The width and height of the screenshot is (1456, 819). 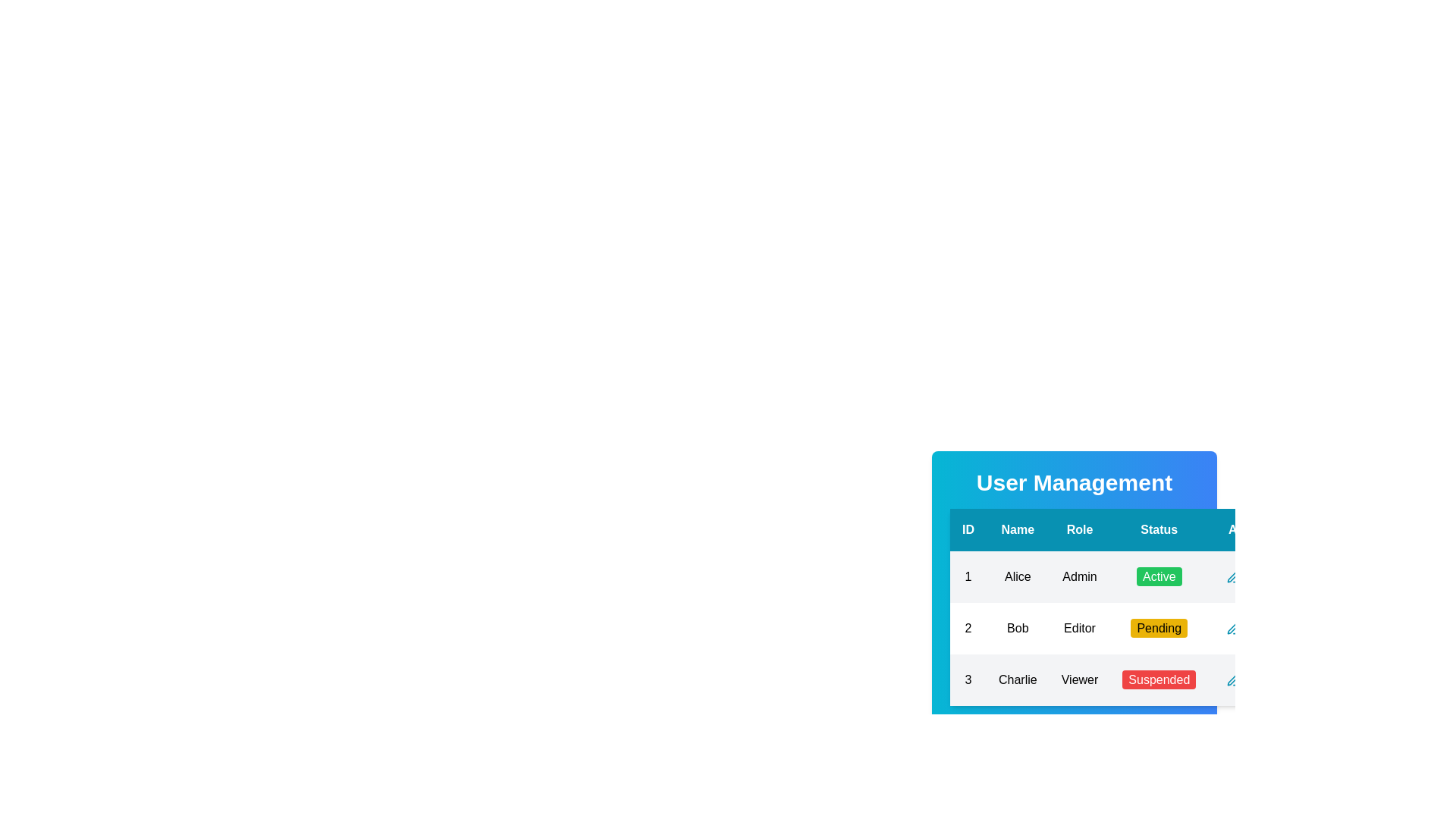 I want to click on the stylized icon button resembling a pen or pencil located in the second row of the user actions table to initiate editing, so click(x=1234, y=629).